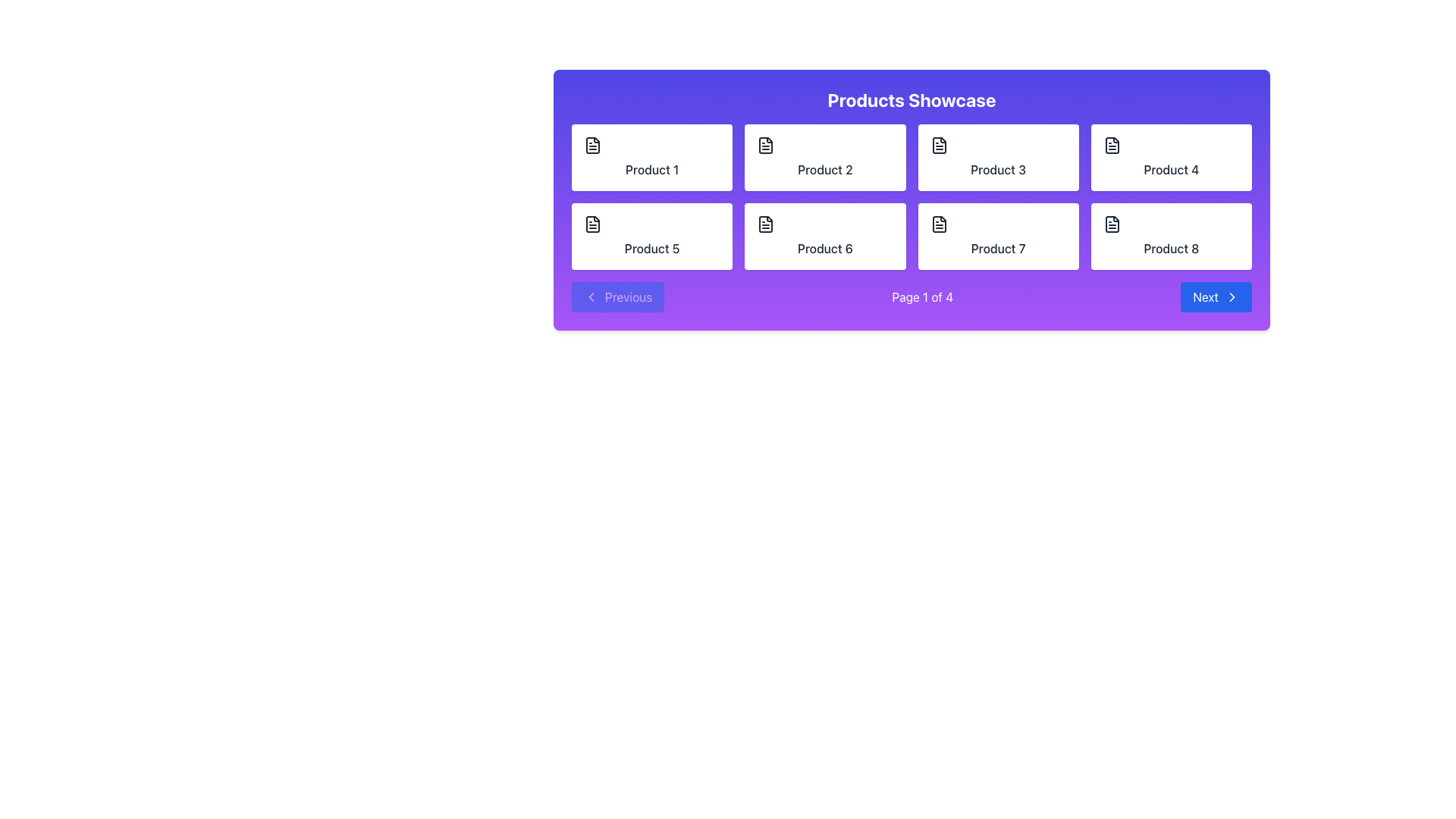 This screenshot has width=1456, height=819. I want to click on the minimalist document icon labeled 'Product 8', so click(1112, 224).